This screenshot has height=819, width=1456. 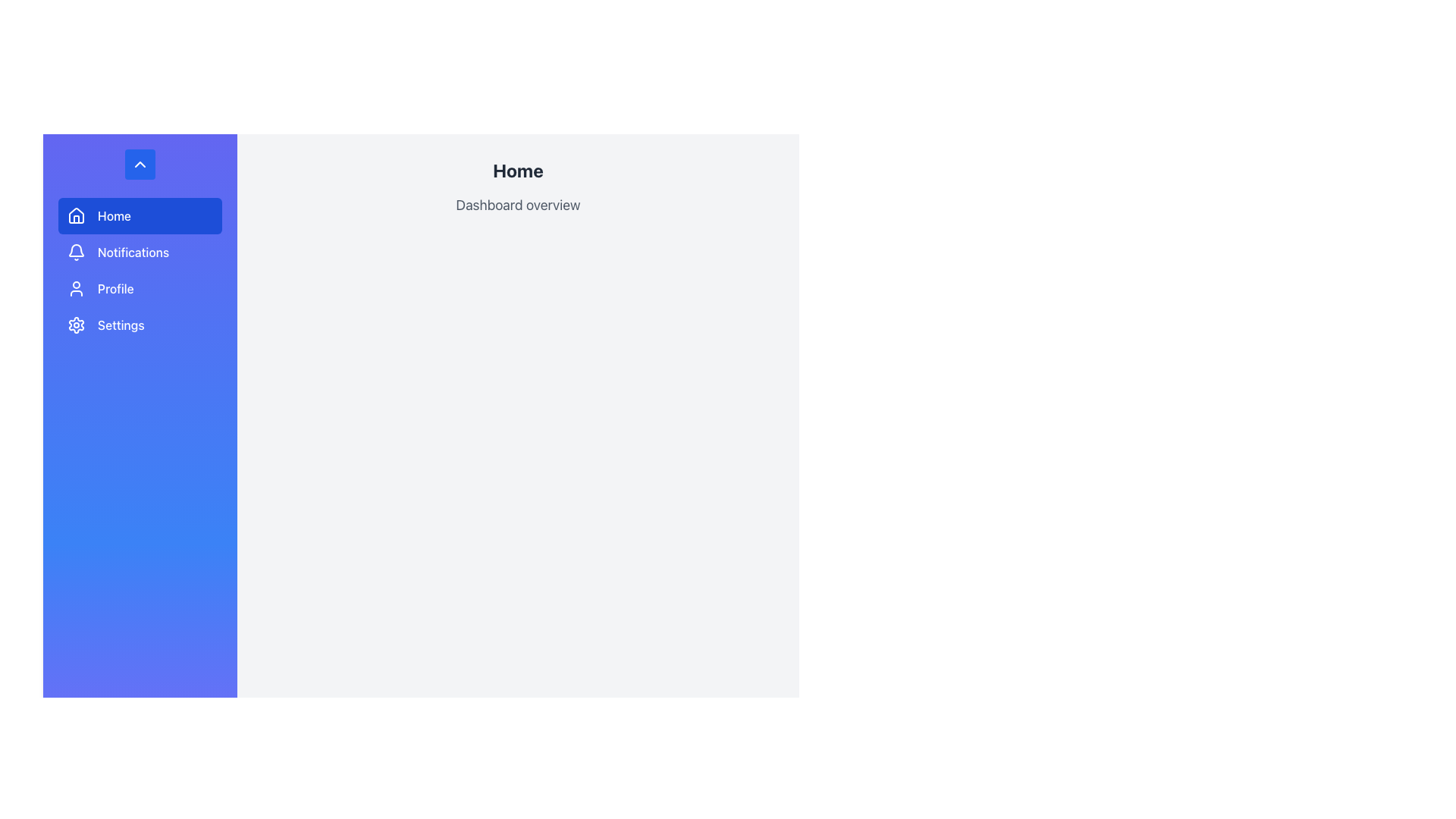 I want to click on the lower section of the house icon in the sidebar, which is completely filled with white and located directly above the 'Home' label, so click(x=75, y=215).